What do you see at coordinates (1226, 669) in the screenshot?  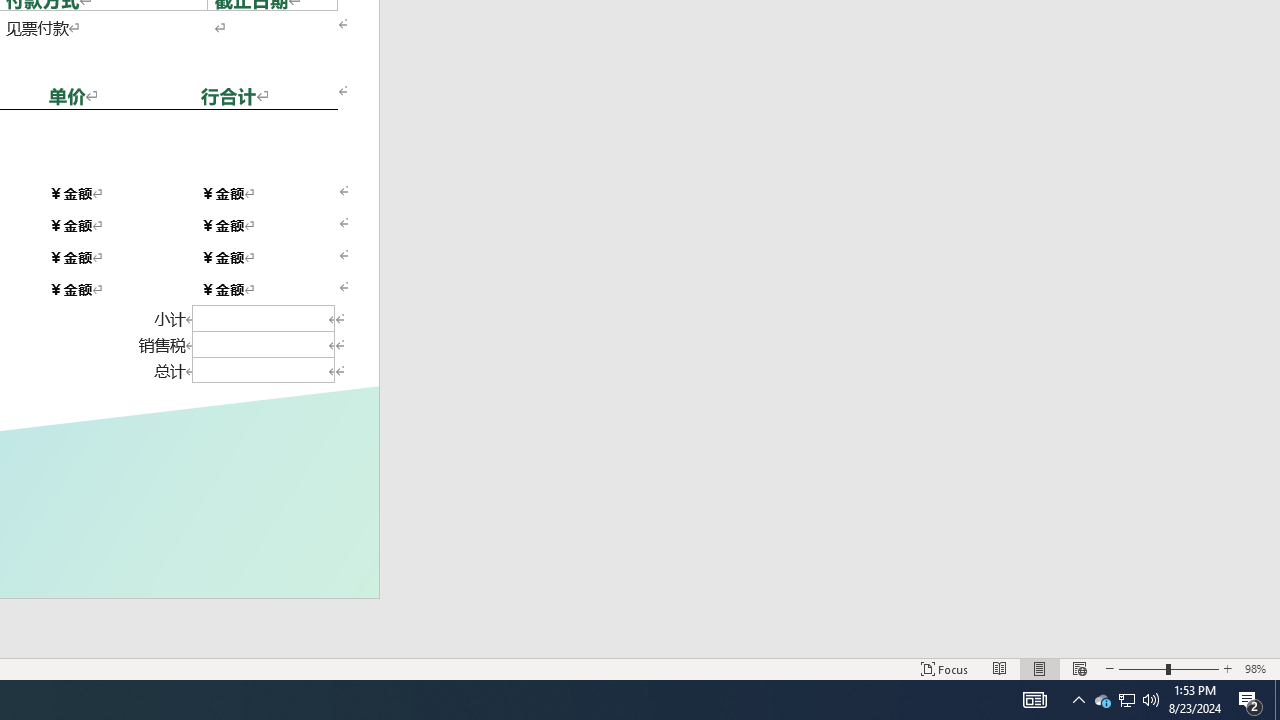 I see `'Zoom In'` at bounding box center [1226, 669].